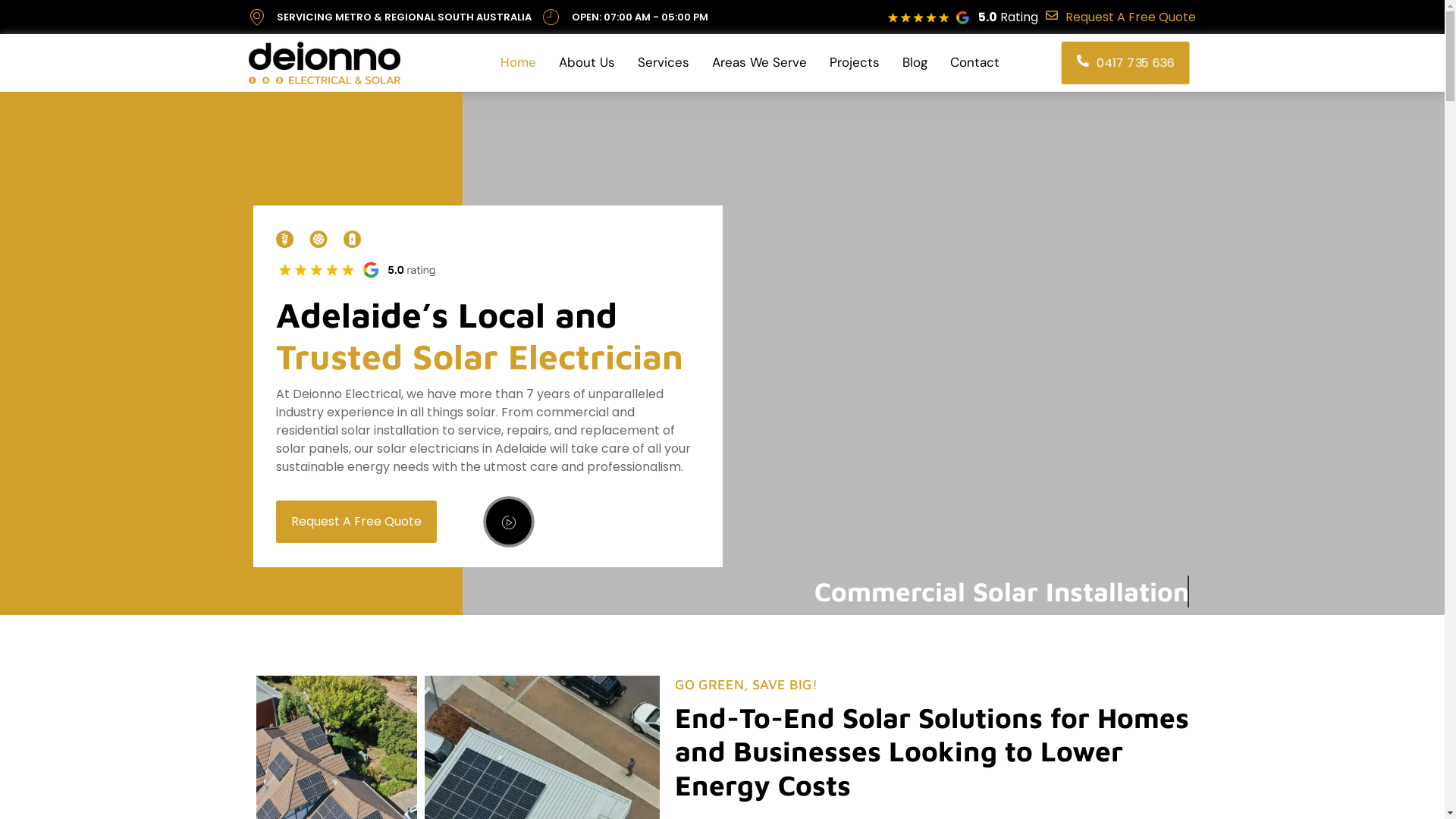  I want to click on 'Projects', so click(855, 62).